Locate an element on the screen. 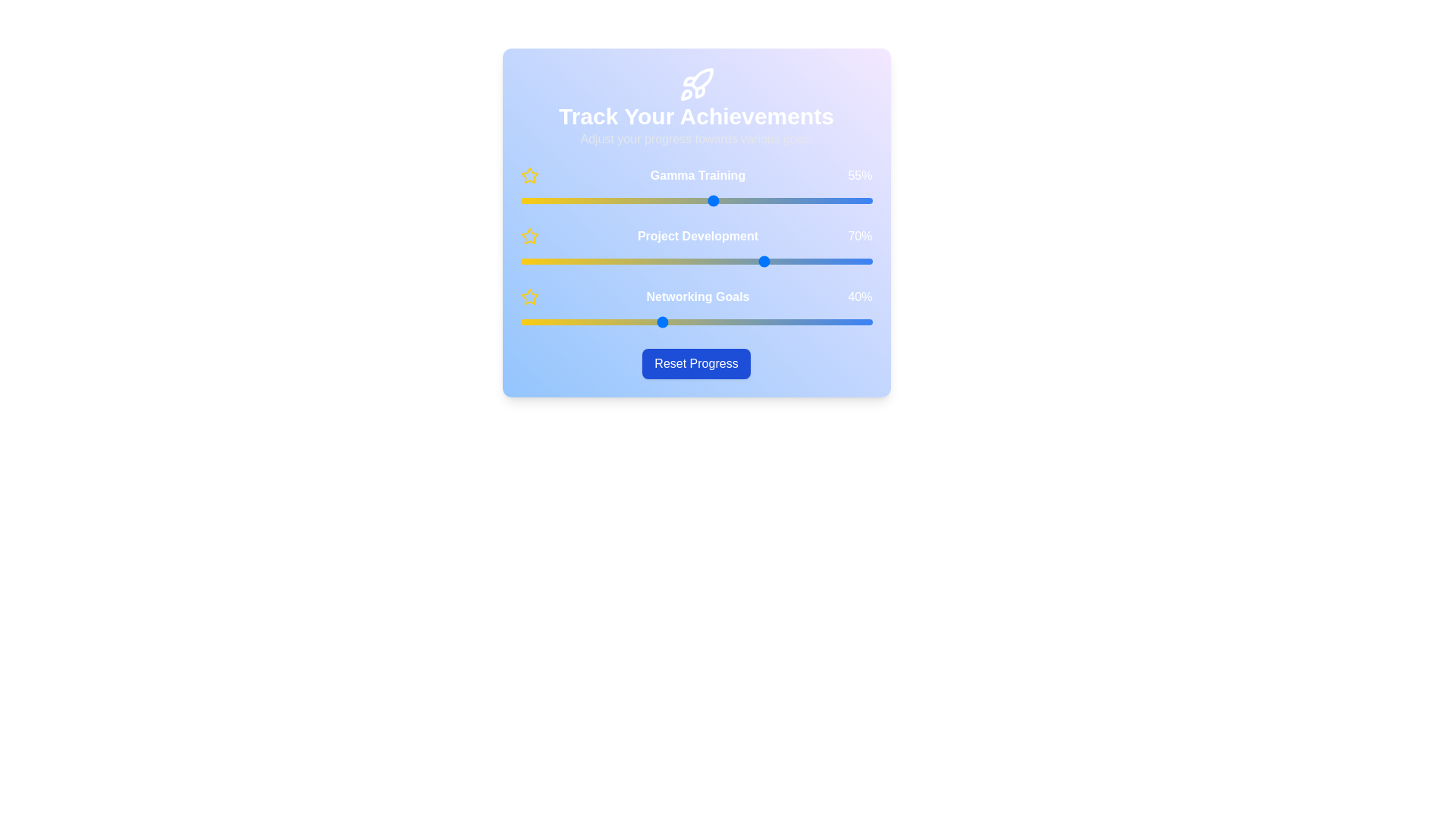  'Reset Progress' button to reset all progress values is located at coordinates (695, 363).